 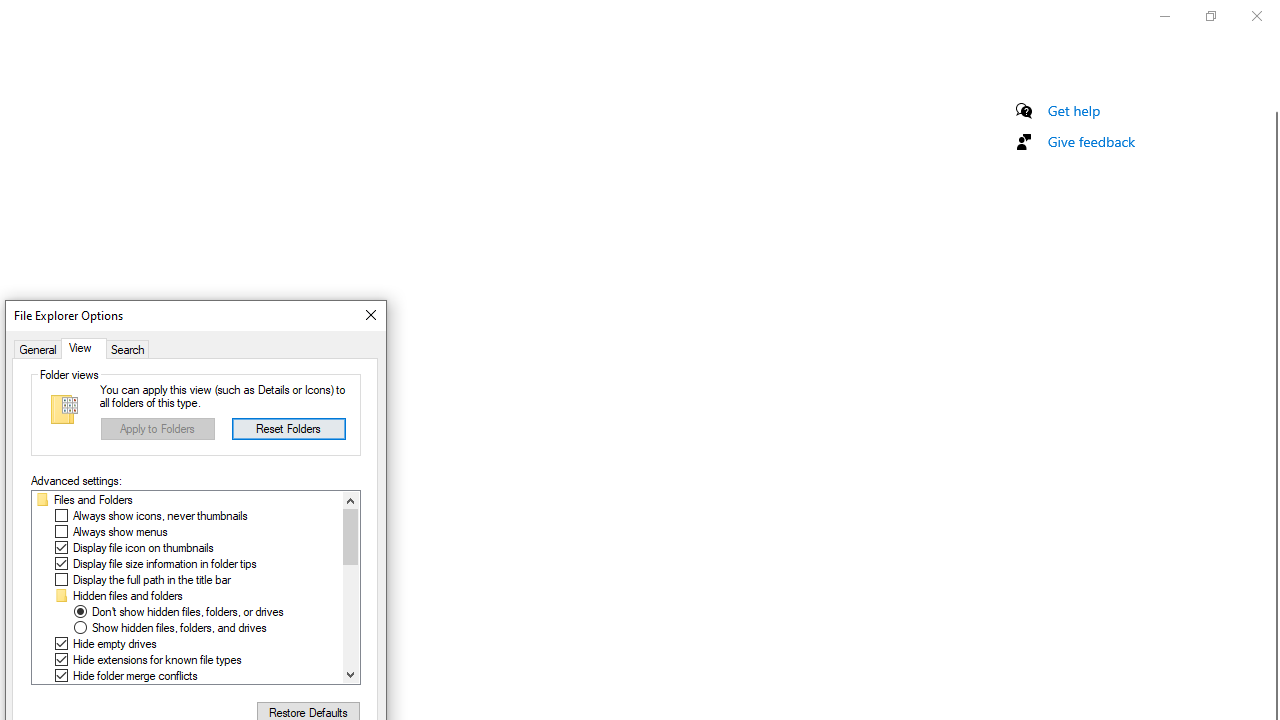 I want to click on 'Always show menus', so click(x=119, y=531).